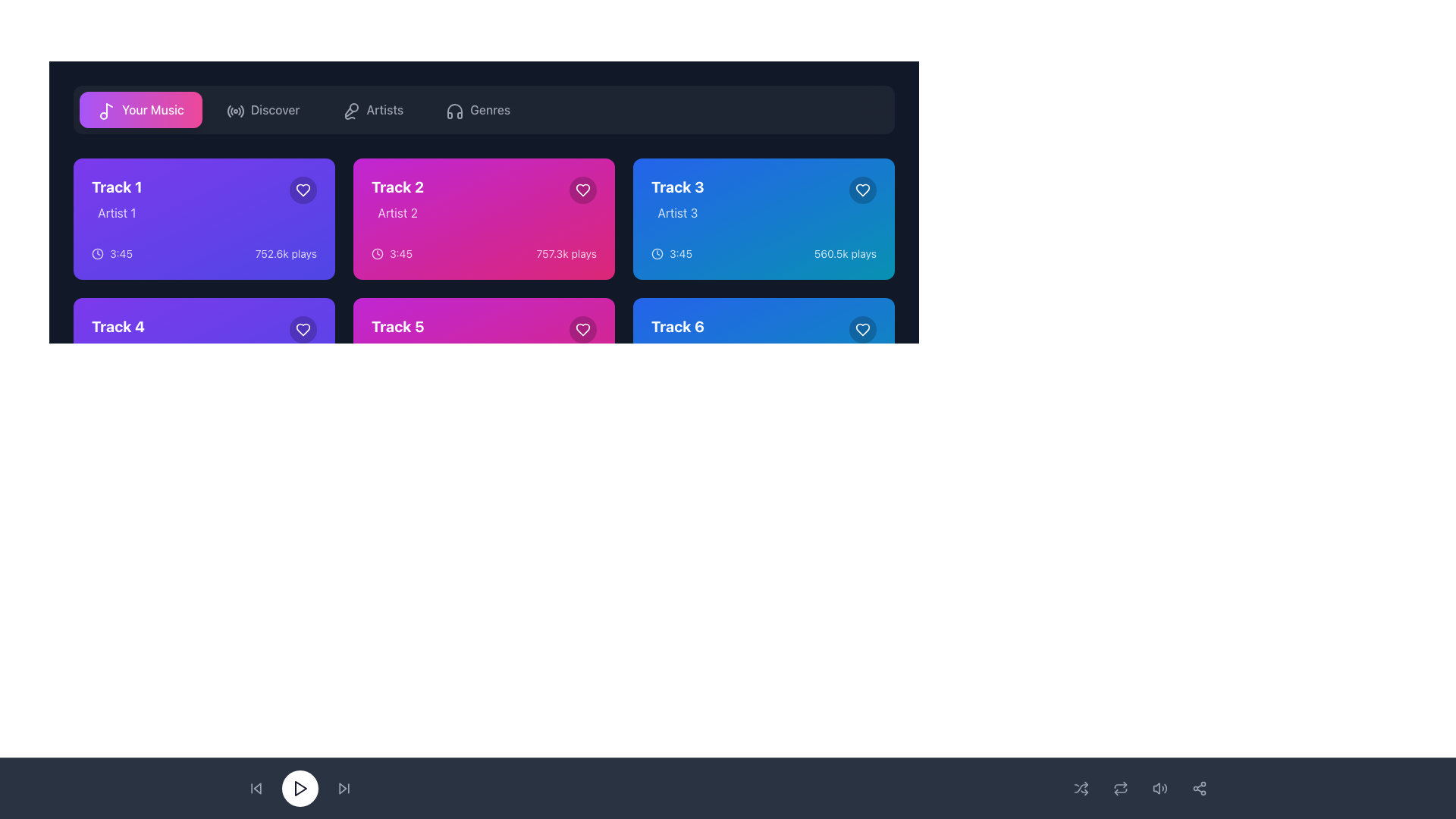  What do you see at coordinates (1121, 788) in the screenshot?
I see `the 'Repeat' button located` at bounding box center [1121, 788].